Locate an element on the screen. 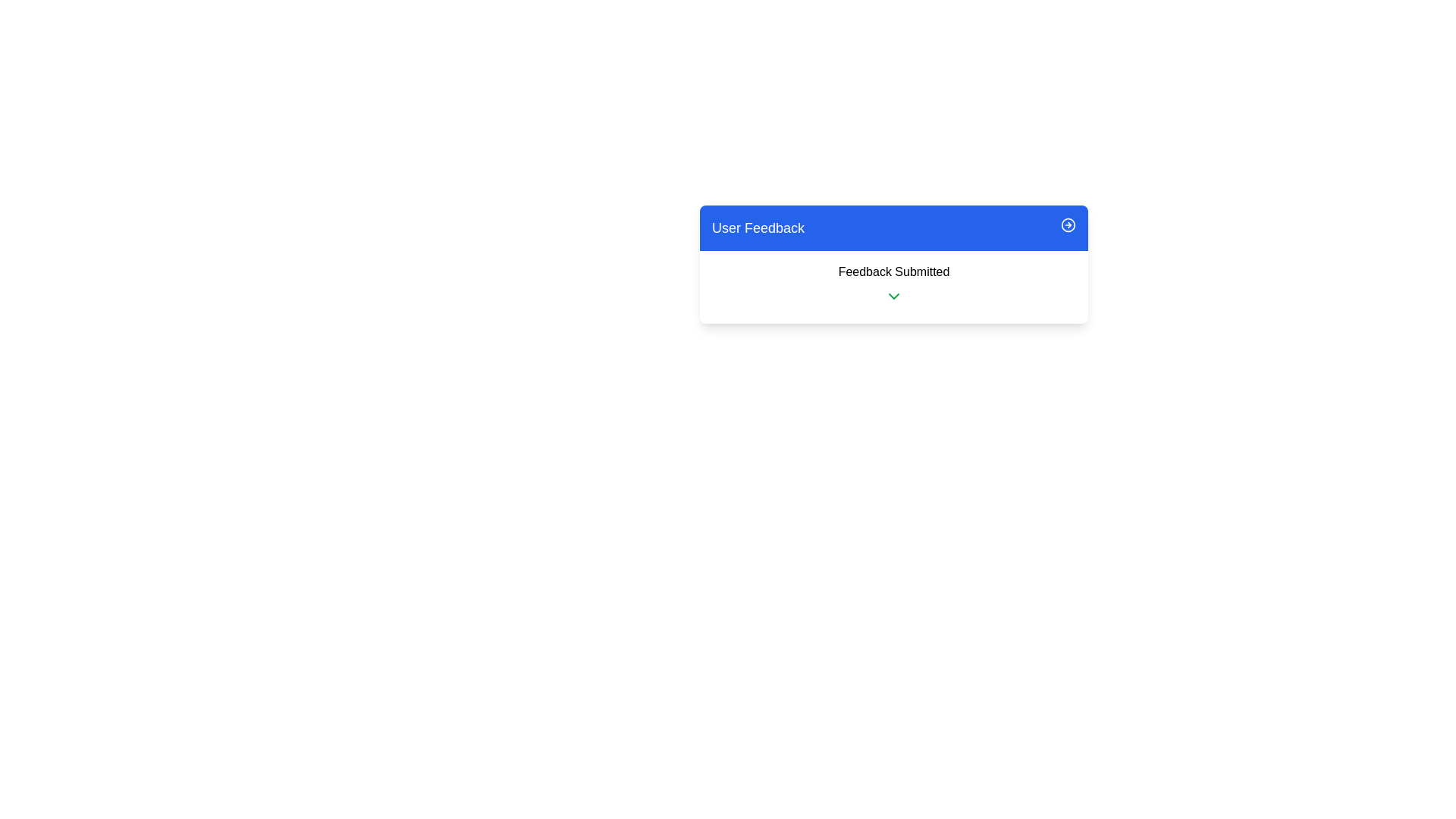  the circular icon button with a rightward arrow located in the upper right corner of the 'User Feedback' blue header is located at coordinates (1068, 225).